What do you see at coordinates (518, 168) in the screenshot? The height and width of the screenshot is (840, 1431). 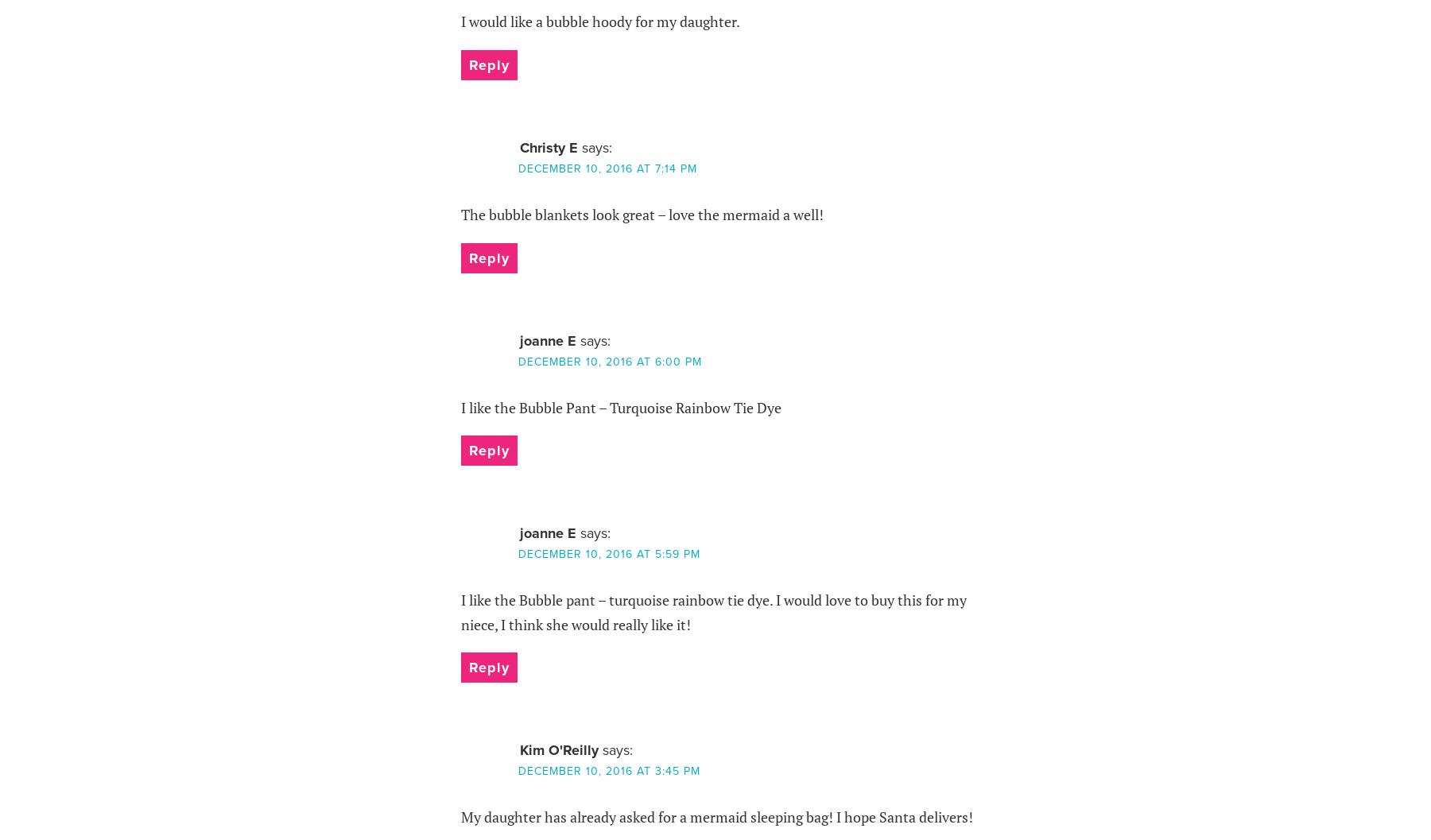 I see `'December 10, 2016 at 7:14 pm'` at bounding box center [518, 168].